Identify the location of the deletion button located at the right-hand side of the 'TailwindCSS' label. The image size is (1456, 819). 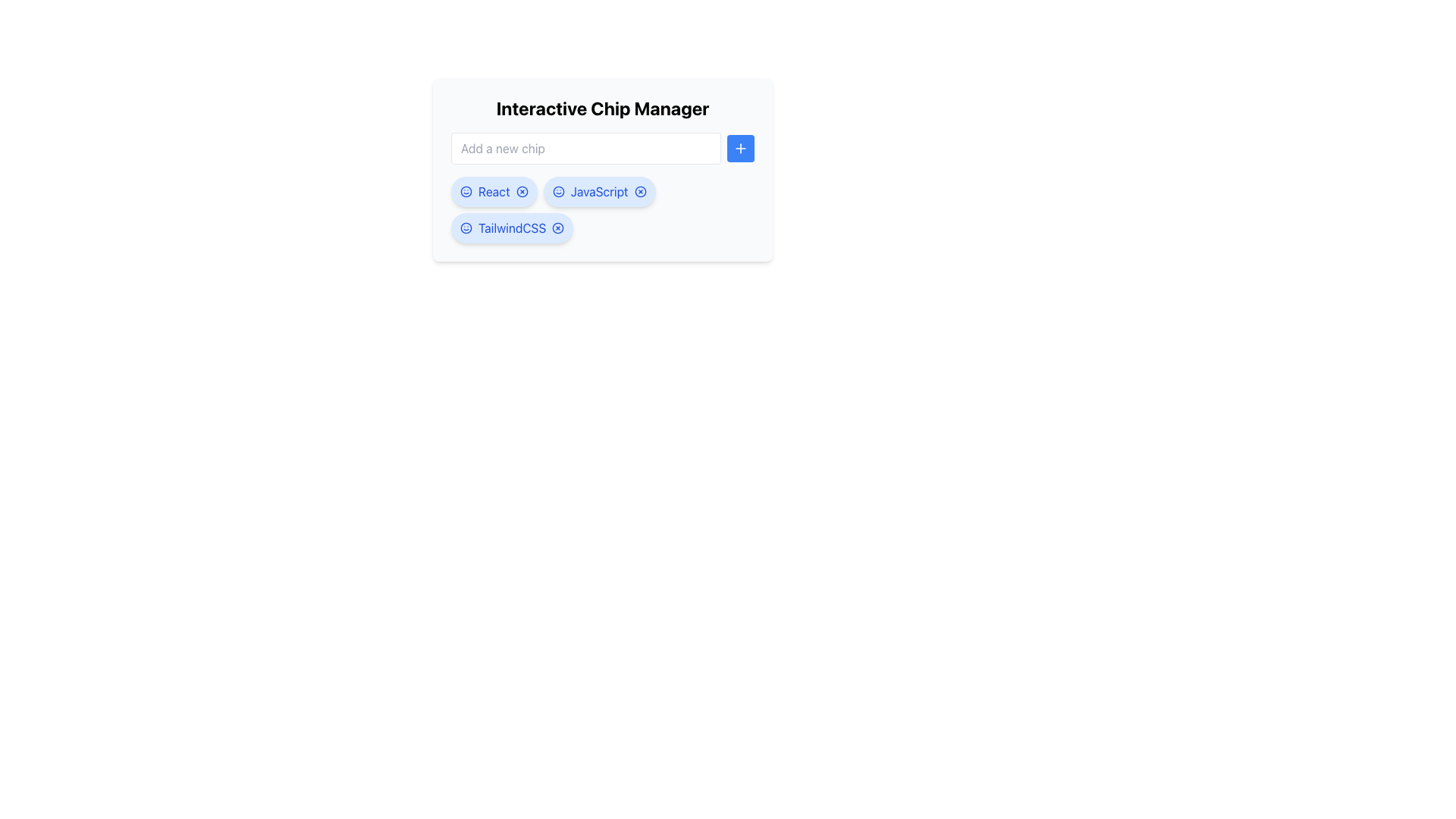
(557, 227).